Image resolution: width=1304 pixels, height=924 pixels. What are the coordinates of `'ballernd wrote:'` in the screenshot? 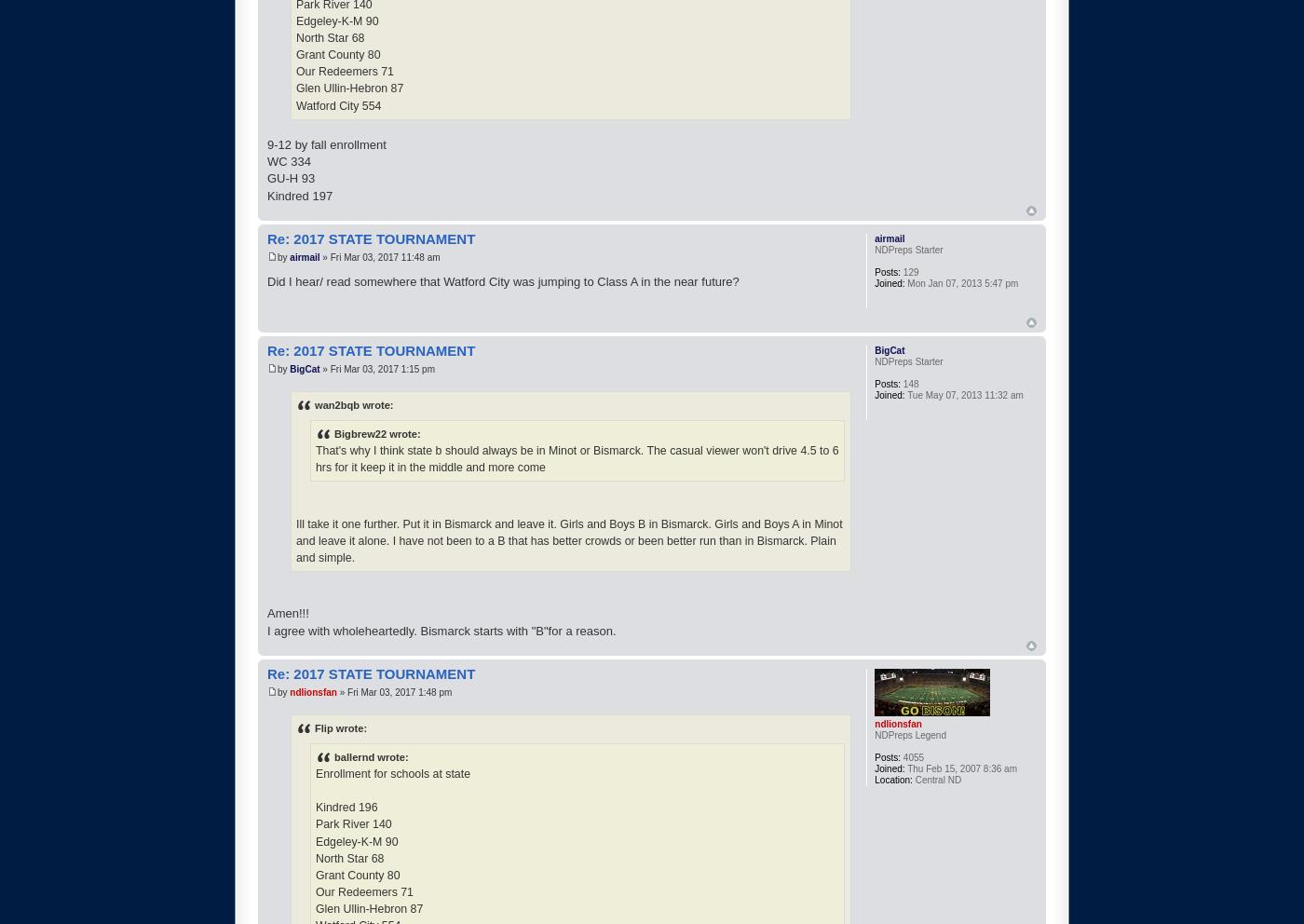 It's located at (371, 755).